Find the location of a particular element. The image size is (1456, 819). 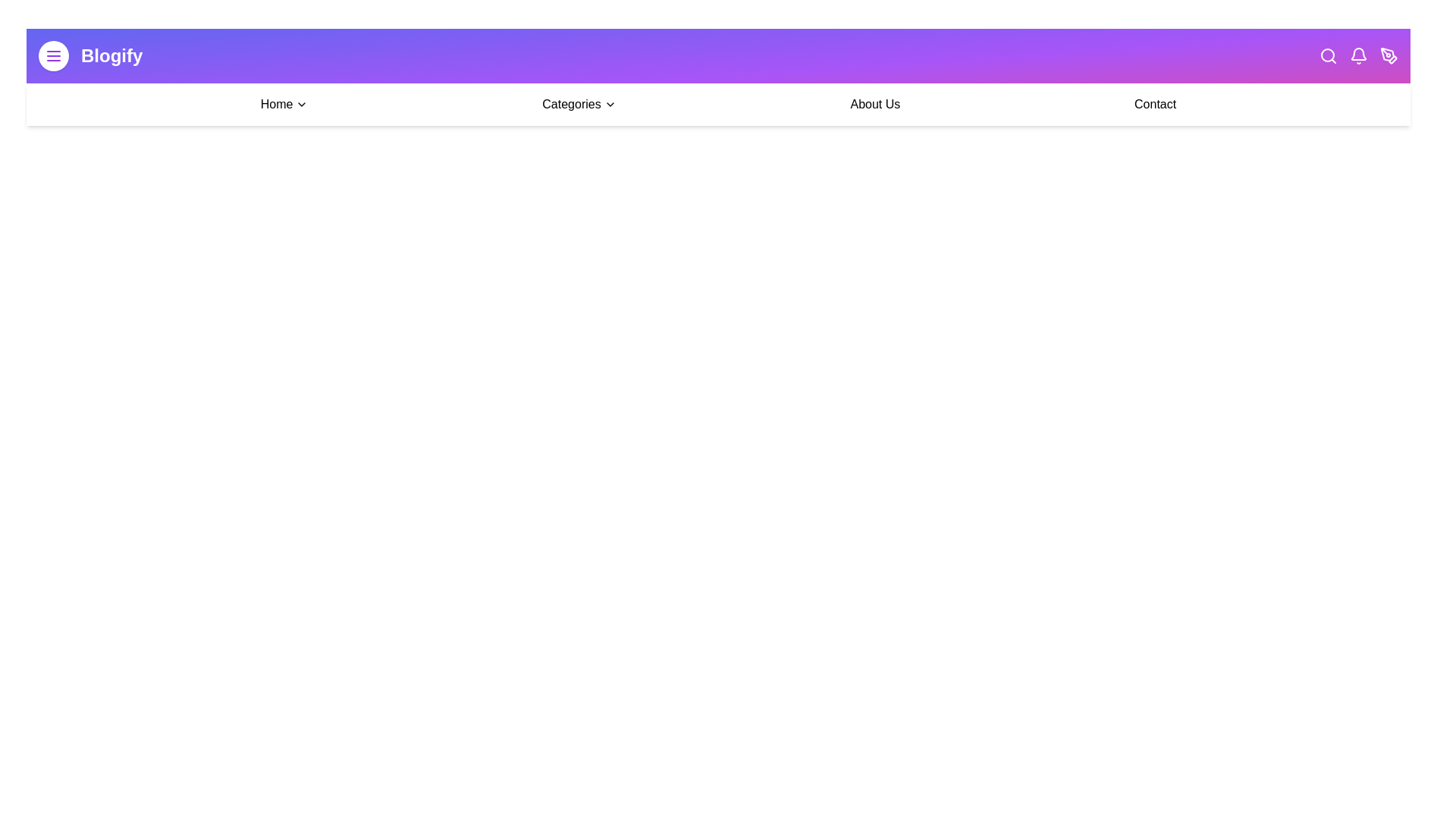

the 'Home' menu to open the dropdown is located at coordinates (284, 104).